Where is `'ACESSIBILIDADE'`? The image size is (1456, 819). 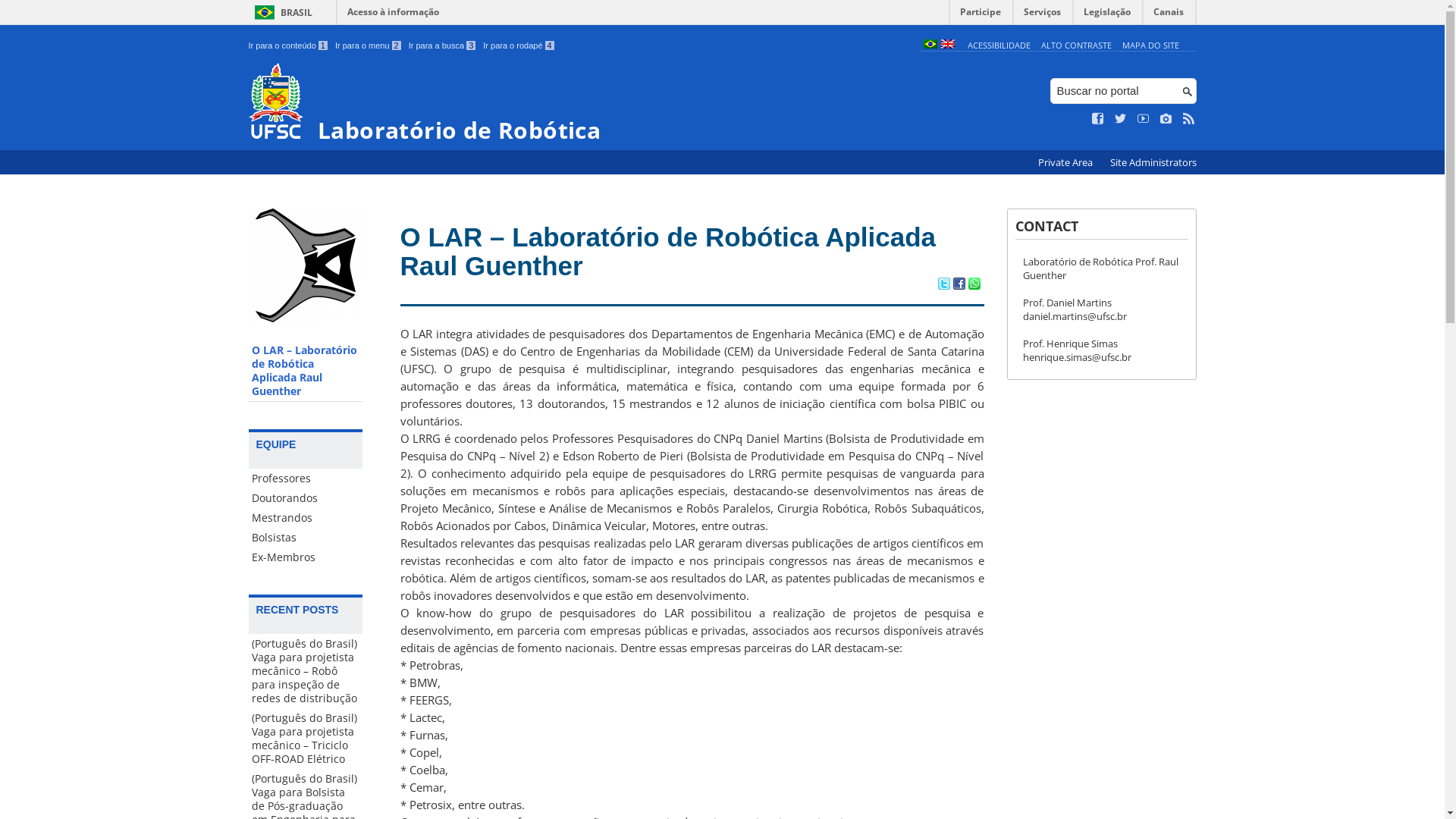 'ACESSIBILIDADE' is located at coordinates (999, 44).